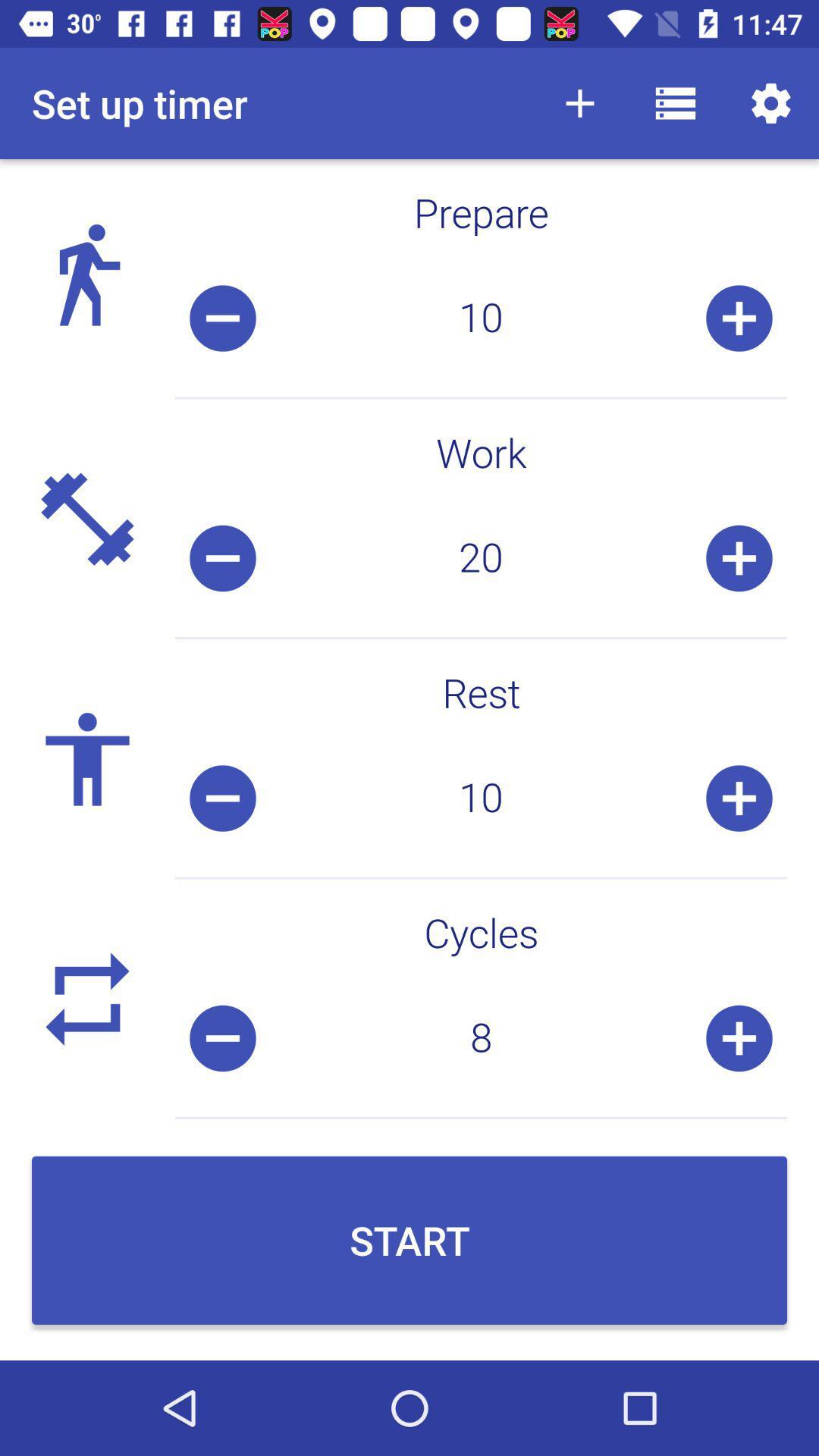 This screenshot has height=1456, width=819. Describe the element at coordinates (481, 557) in the screenshot. I see `icon above the rest icon` at that location.